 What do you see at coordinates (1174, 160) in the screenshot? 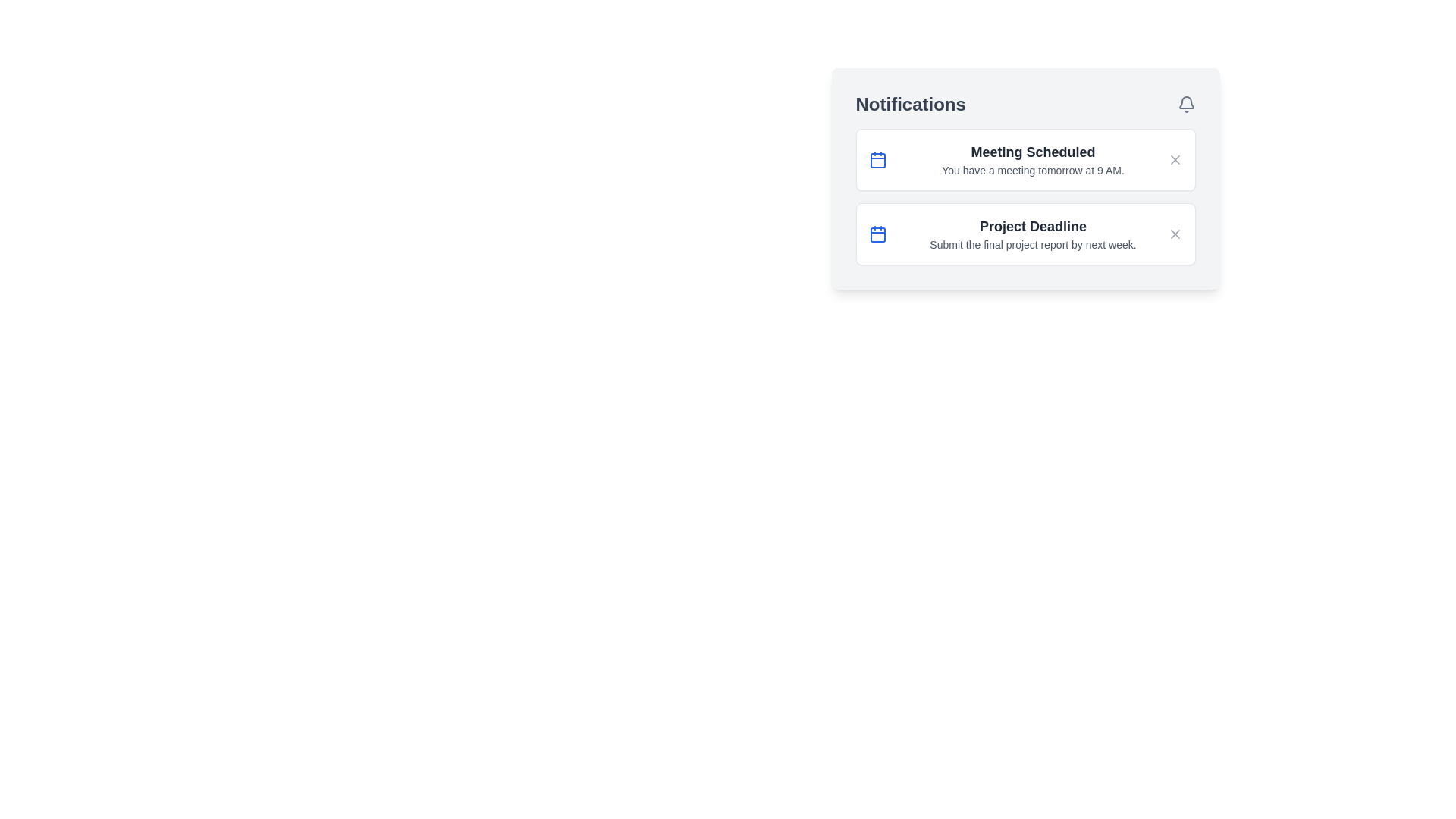
I see `close button for the notification titled 'Meeting Scheduled'` at bounding box center [1174, 160].